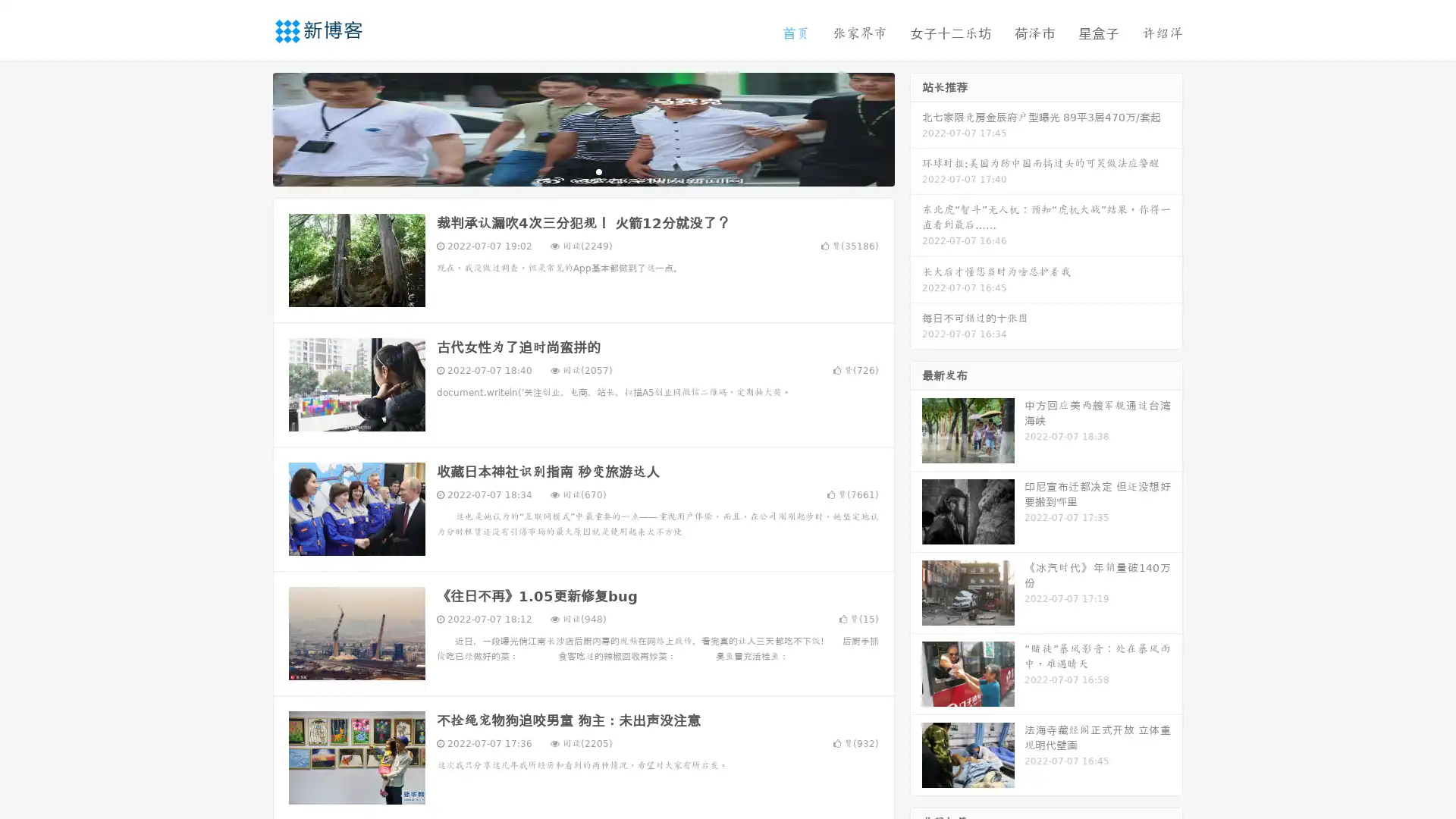 The height and width of the screenshot is (819, 1456). Describe the element at coordinates (598, 171) in the screenshot. I see `Go to slide 3` at that location.